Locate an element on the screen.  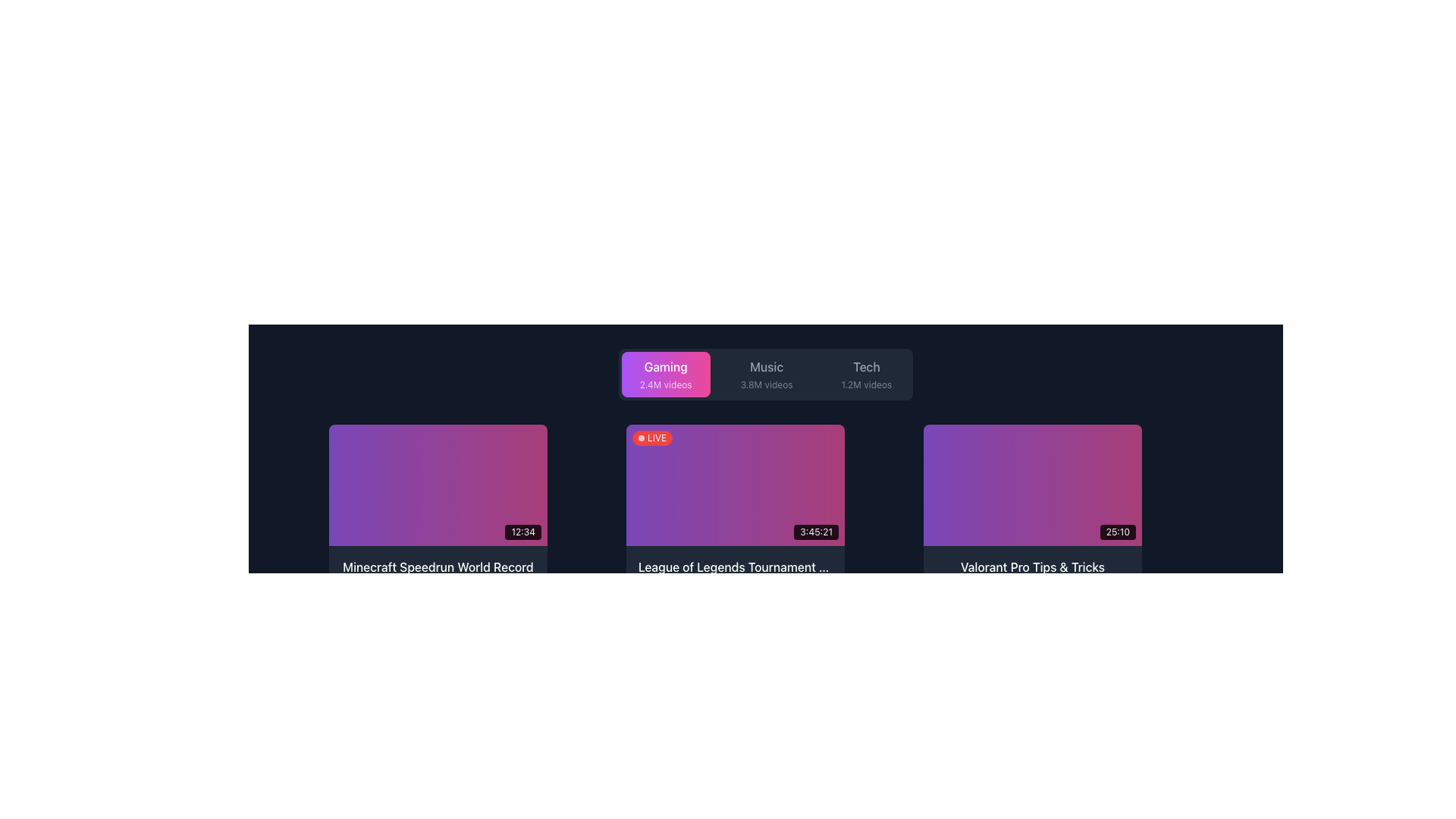
the non-interactive text label that displays the numerical information about the content count in the 'Tech' category, which is positioned below the 'Tech' text and adjacent to 'Music' is located at coordinates (866, 384).